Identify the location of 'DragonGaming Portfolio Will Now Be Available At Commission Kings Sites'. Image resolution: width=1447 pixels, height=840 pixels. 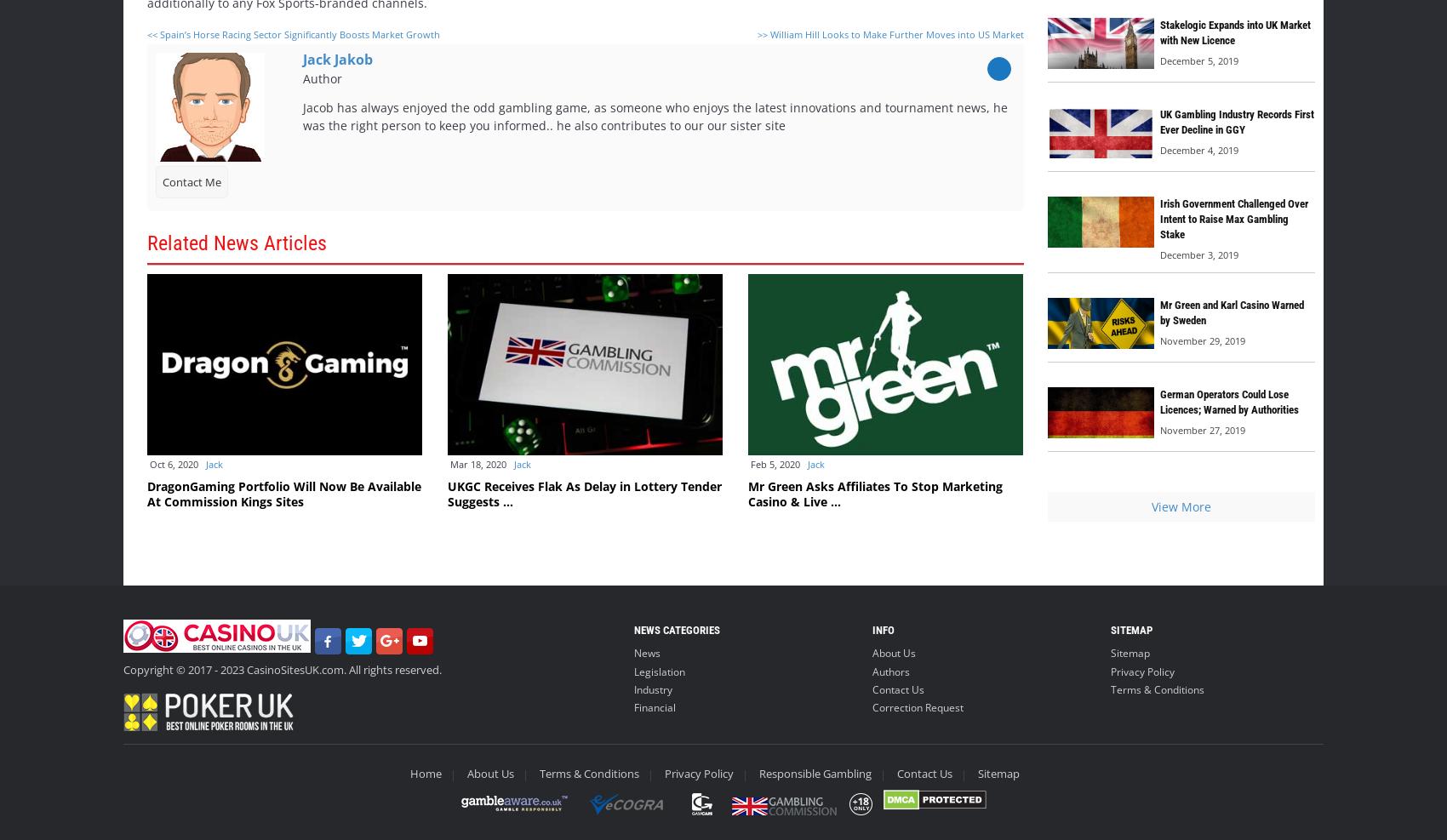
(283, 492).